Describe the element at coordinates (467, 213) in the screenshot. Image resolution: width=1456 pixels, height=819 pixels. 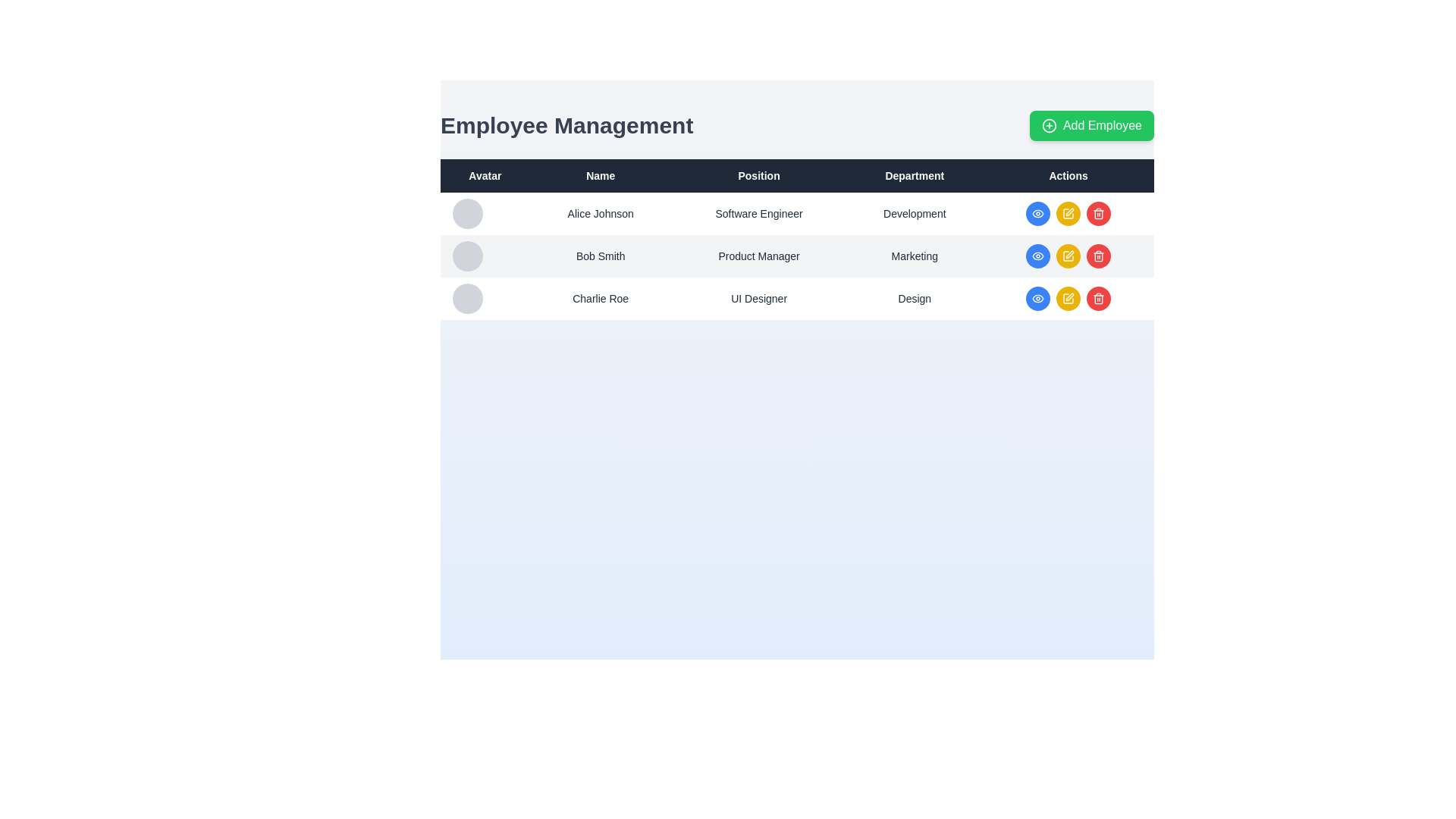
I see `the circular avatar placeholder for employee Alice Johnson in the employee management table` at that location.